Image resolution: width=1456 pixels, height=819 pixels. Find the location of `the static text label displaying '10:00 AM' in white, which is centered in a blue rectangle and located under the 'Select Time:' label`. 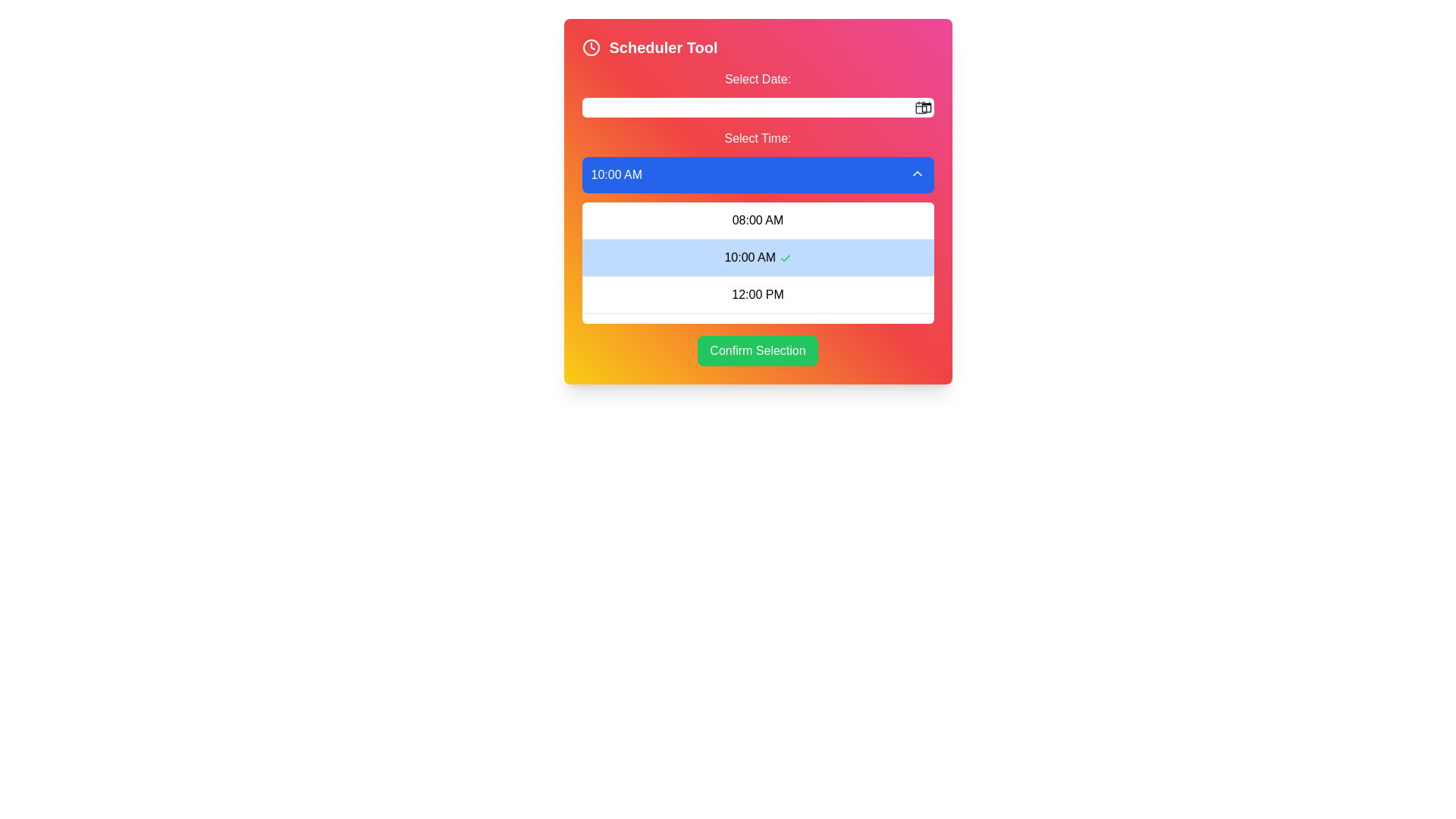

the static text label displaying '10:00 AM' in white, which is centered in a blue rectangle and located under the 'Select Time:' label is located at coordinates (617, 174).